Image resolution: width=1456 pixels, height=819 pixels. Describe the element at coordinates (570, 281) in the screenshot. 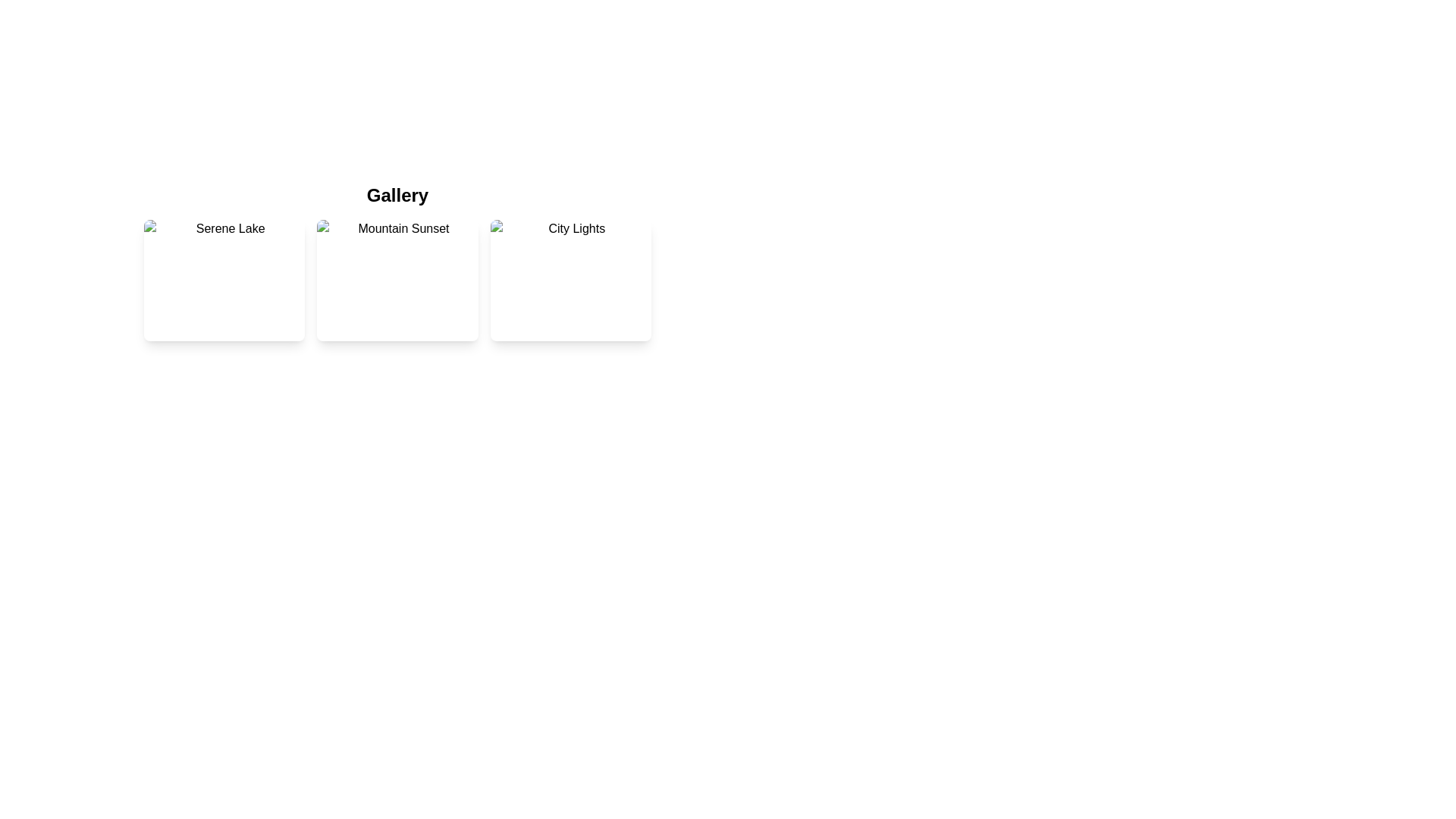

I see `the clickable card that serves as a link or button related to the 'City Lights' image, which is the third card in a horizontally aligned grid` at that location.